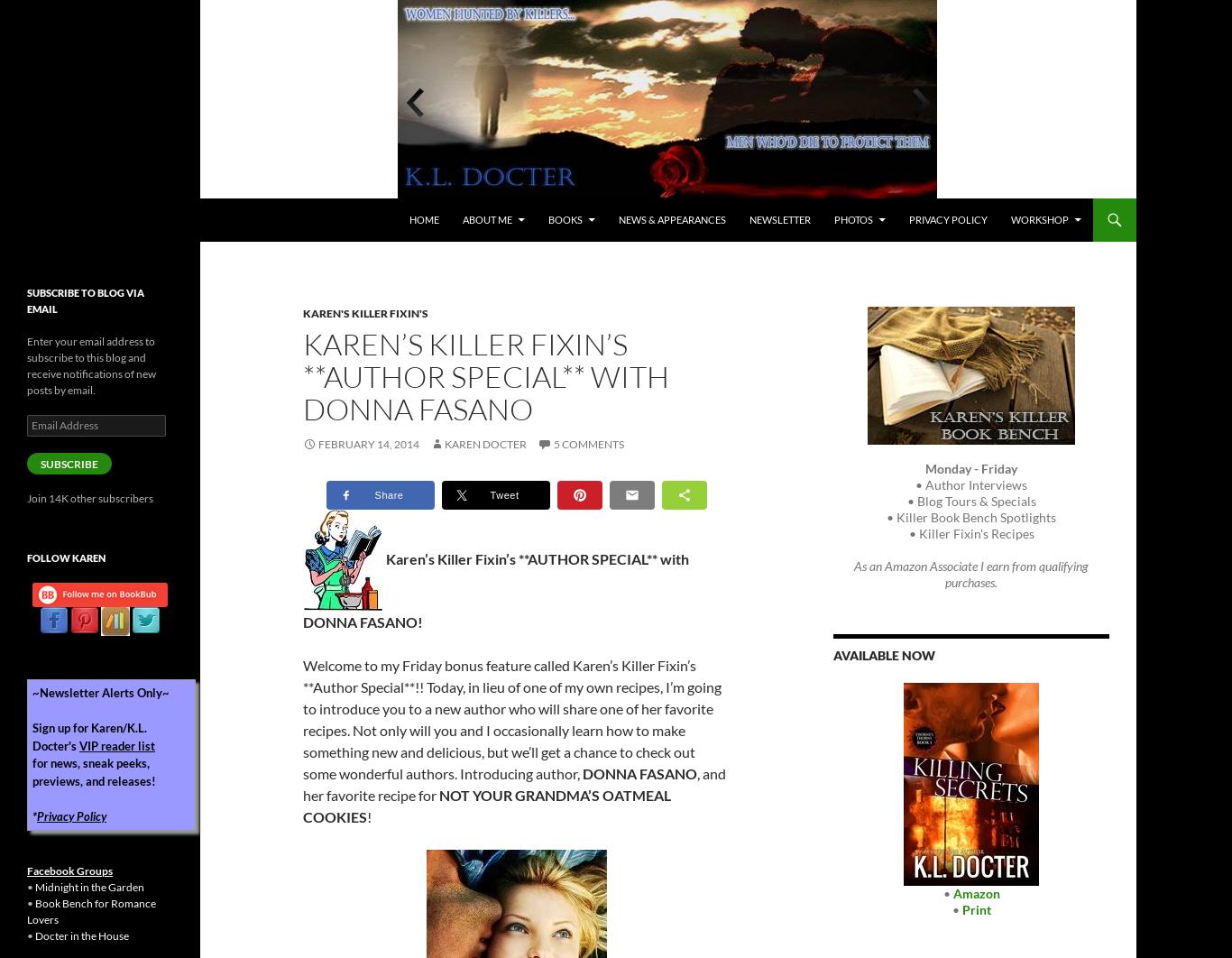  Describe the element at coordinates (748, 219) in the screenshot. I see `'Newsletter'` at that location.